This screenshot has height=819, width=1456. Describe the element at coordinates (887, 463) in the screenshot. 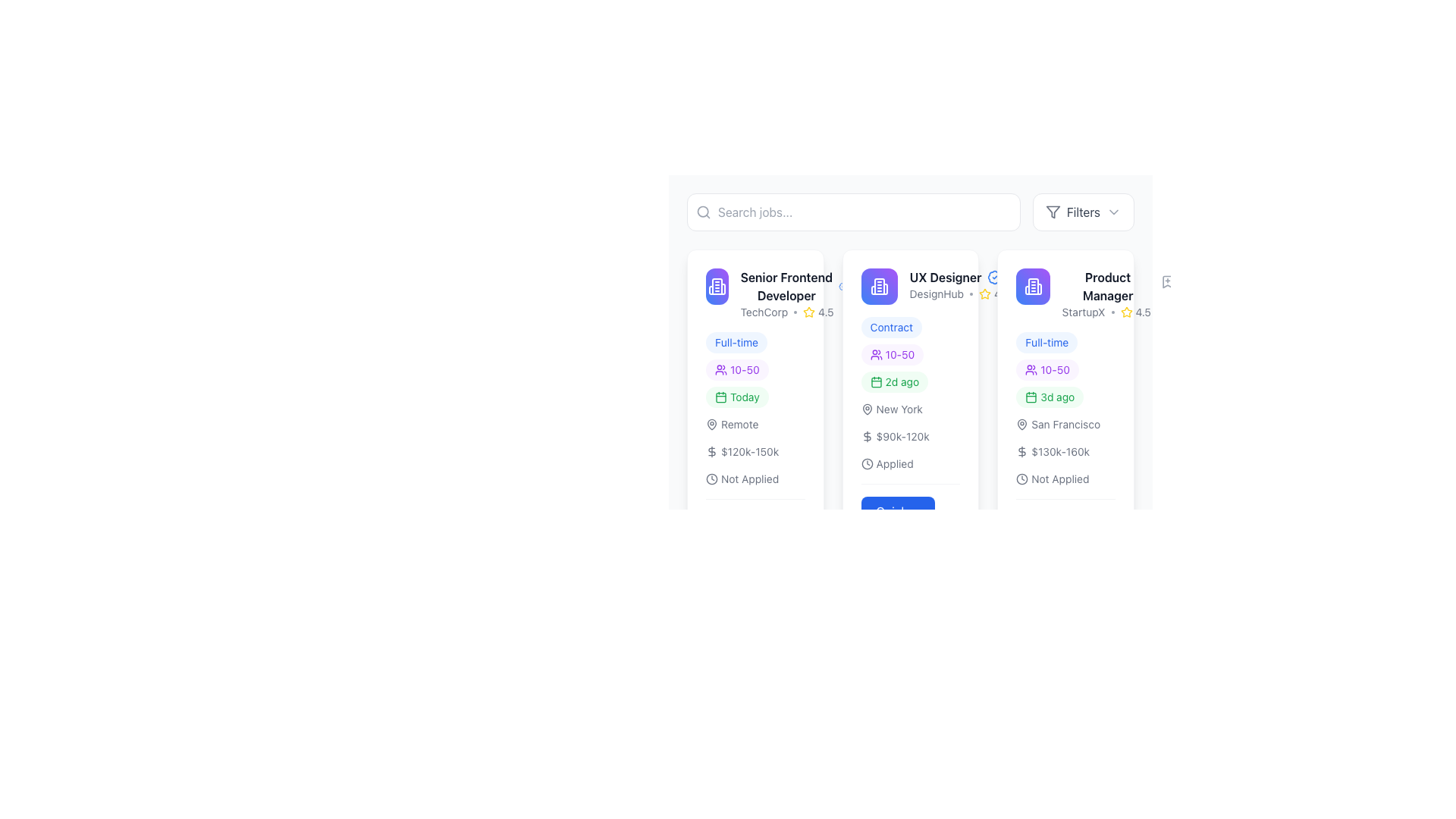

I see `the Status indicator that consists of a clock icon followed by the text 'Applied', located within the 'UX Designer' job card, positioned near the bottom below the text '$90k-120k'` at that location.